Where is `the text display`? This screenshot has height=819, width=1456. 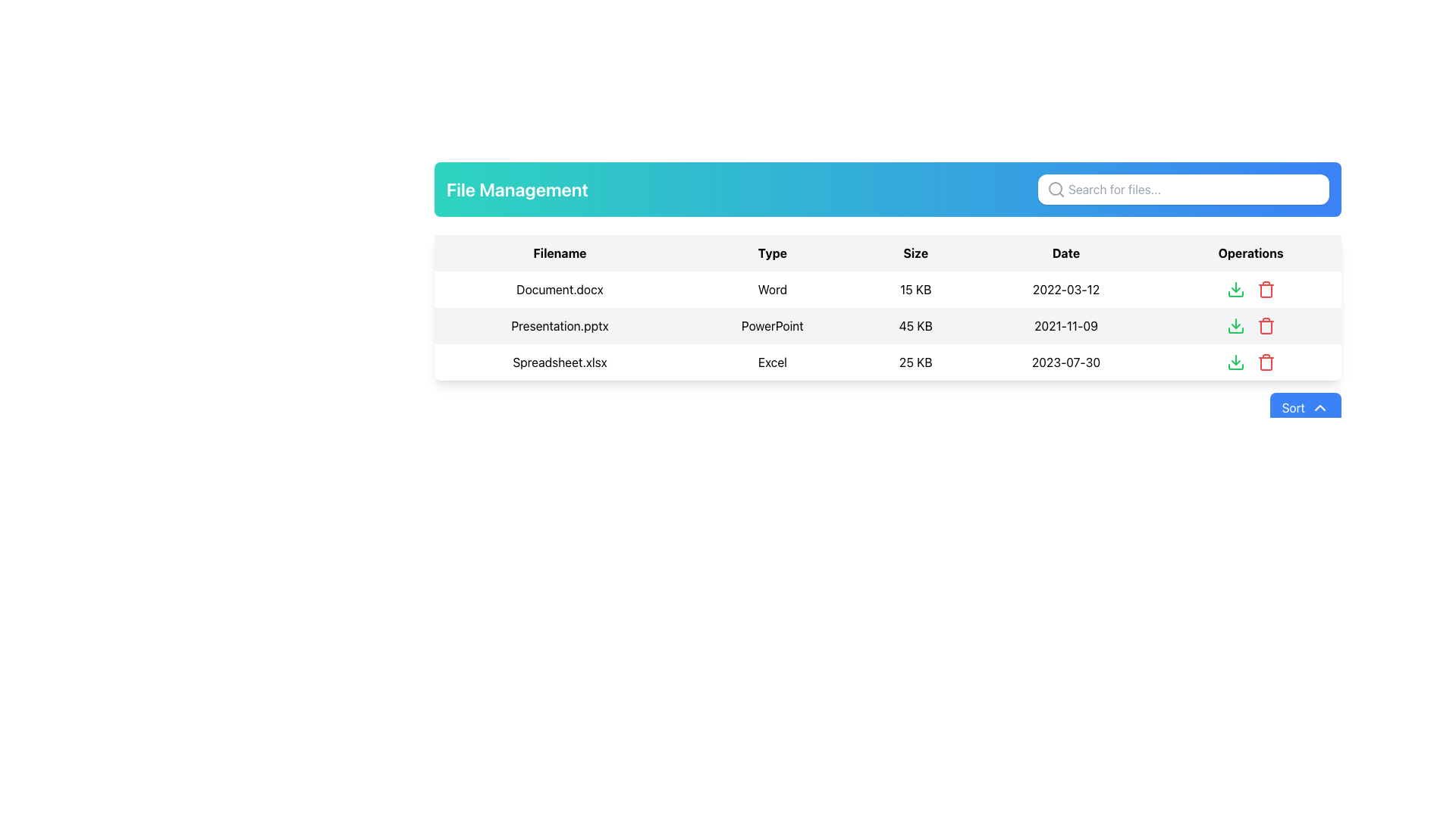 the text display is located at coordinates (915, 325).